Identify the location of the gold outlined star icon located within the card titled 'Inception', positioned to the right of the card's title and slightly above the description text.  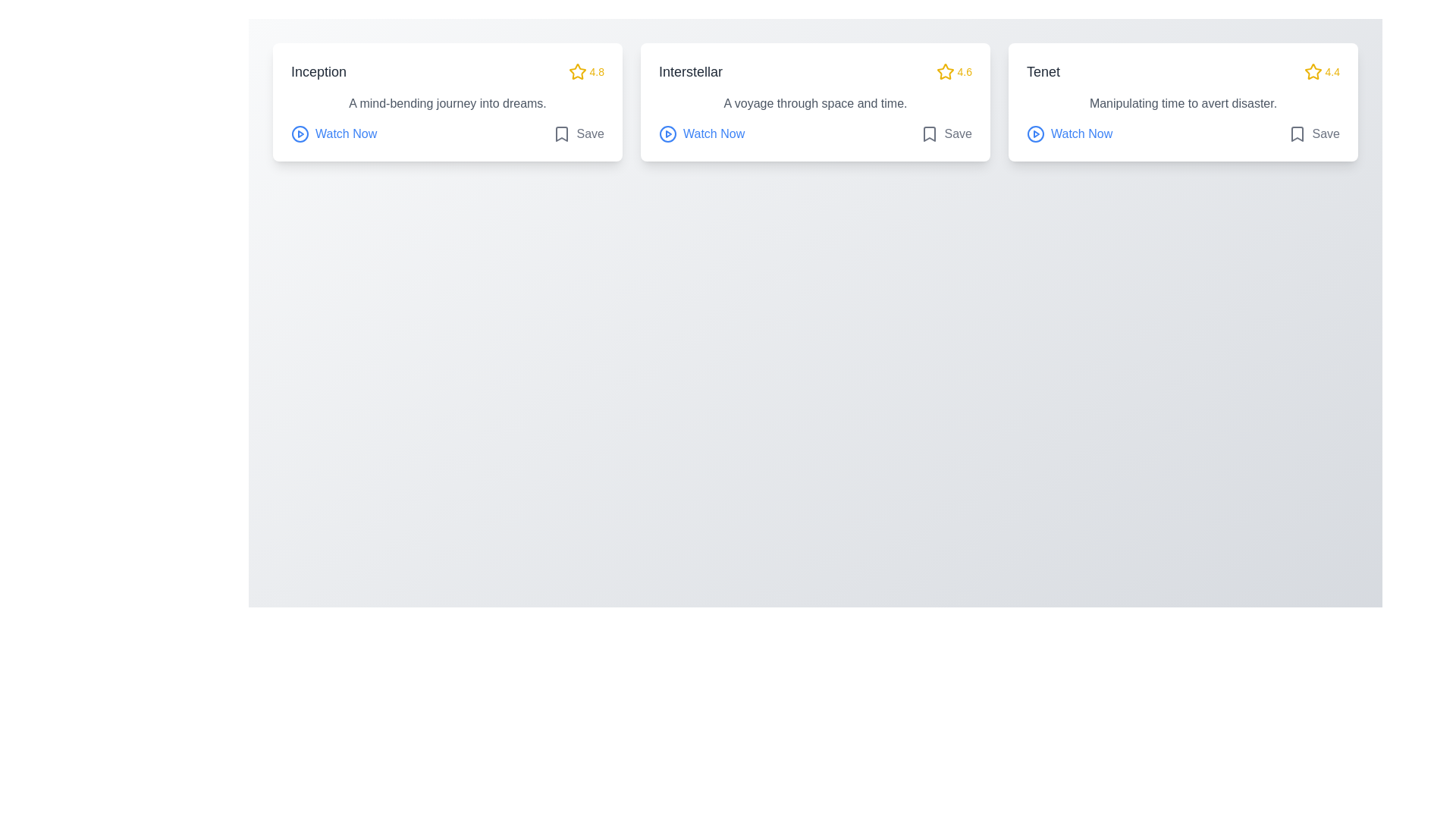
(576, 71).